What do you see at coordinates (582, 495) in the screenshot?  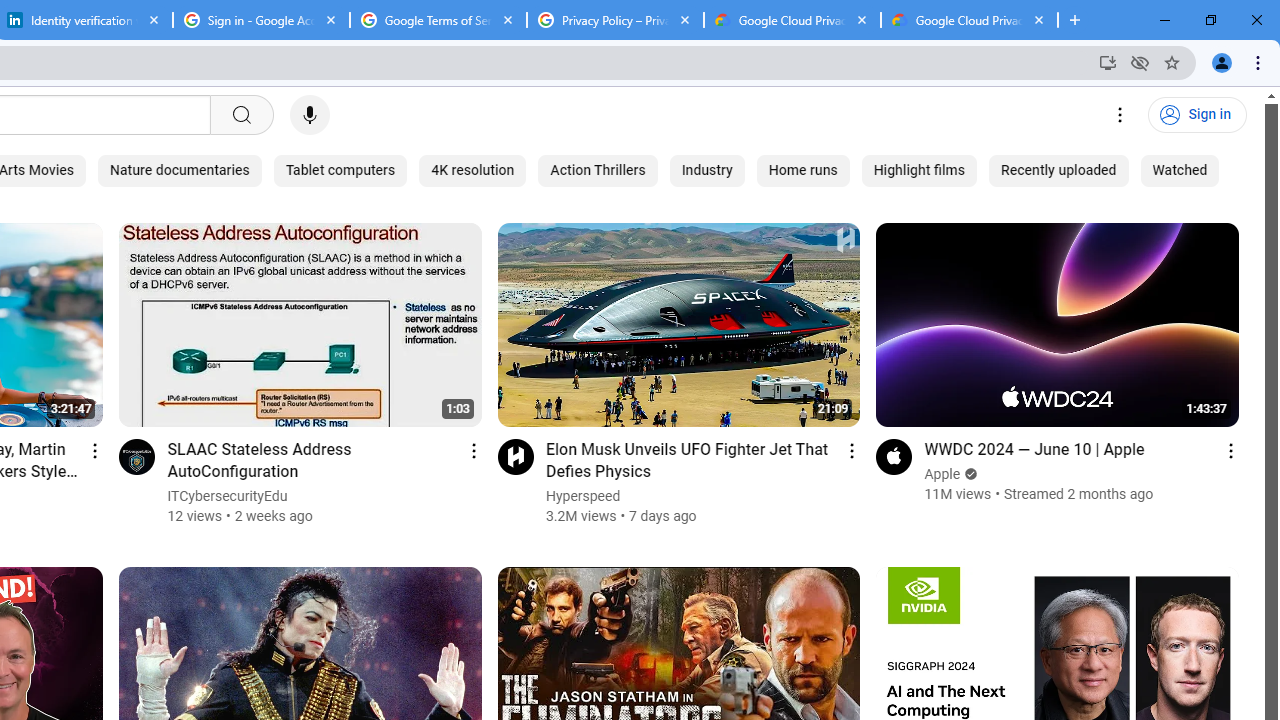 I see `'Hyperspeed'` at bounding box center [582, 495].